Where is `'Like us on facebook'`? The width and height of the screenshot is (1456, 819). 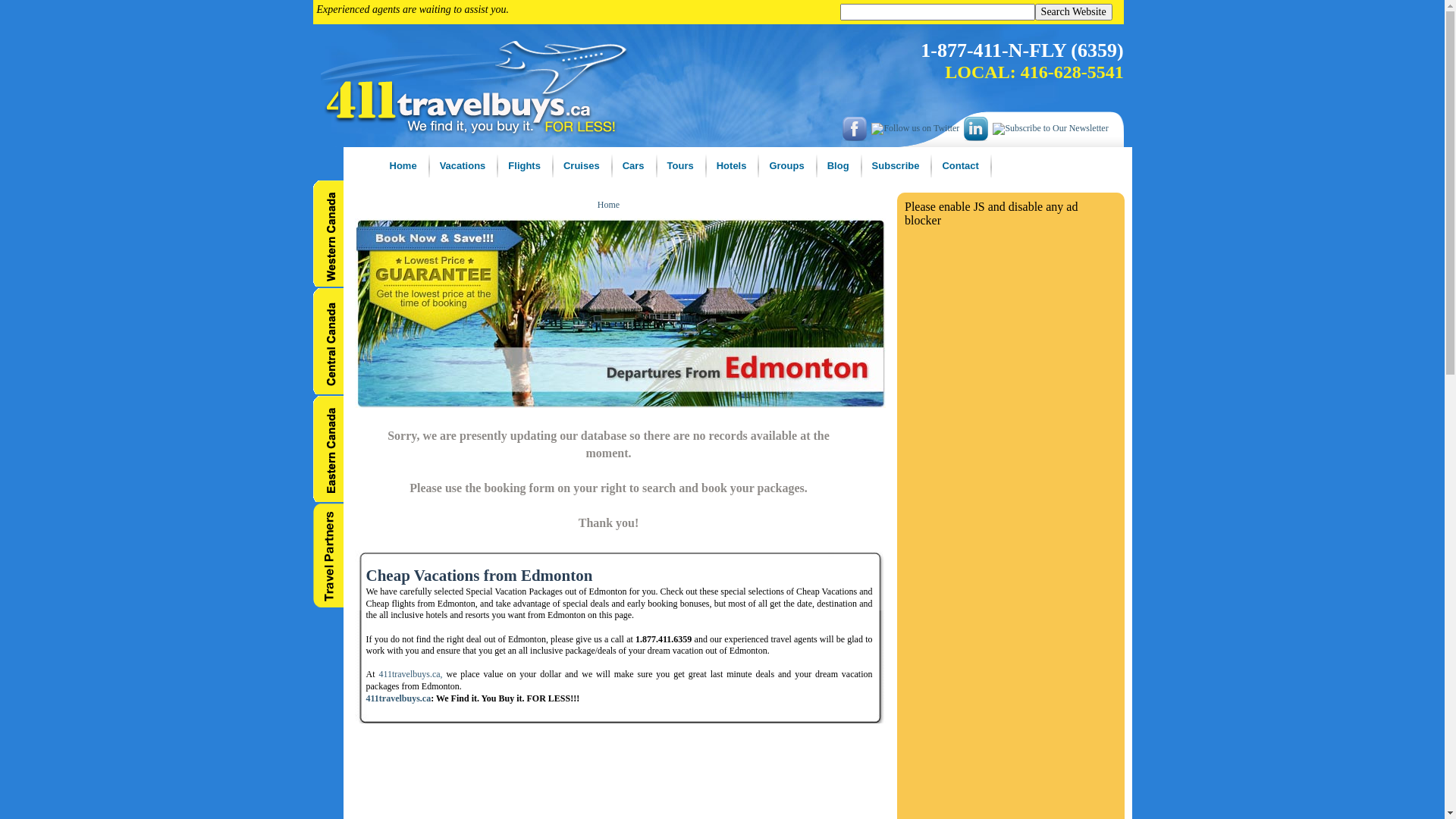 'Like us on facebook' is located at coordinates (856, 127).